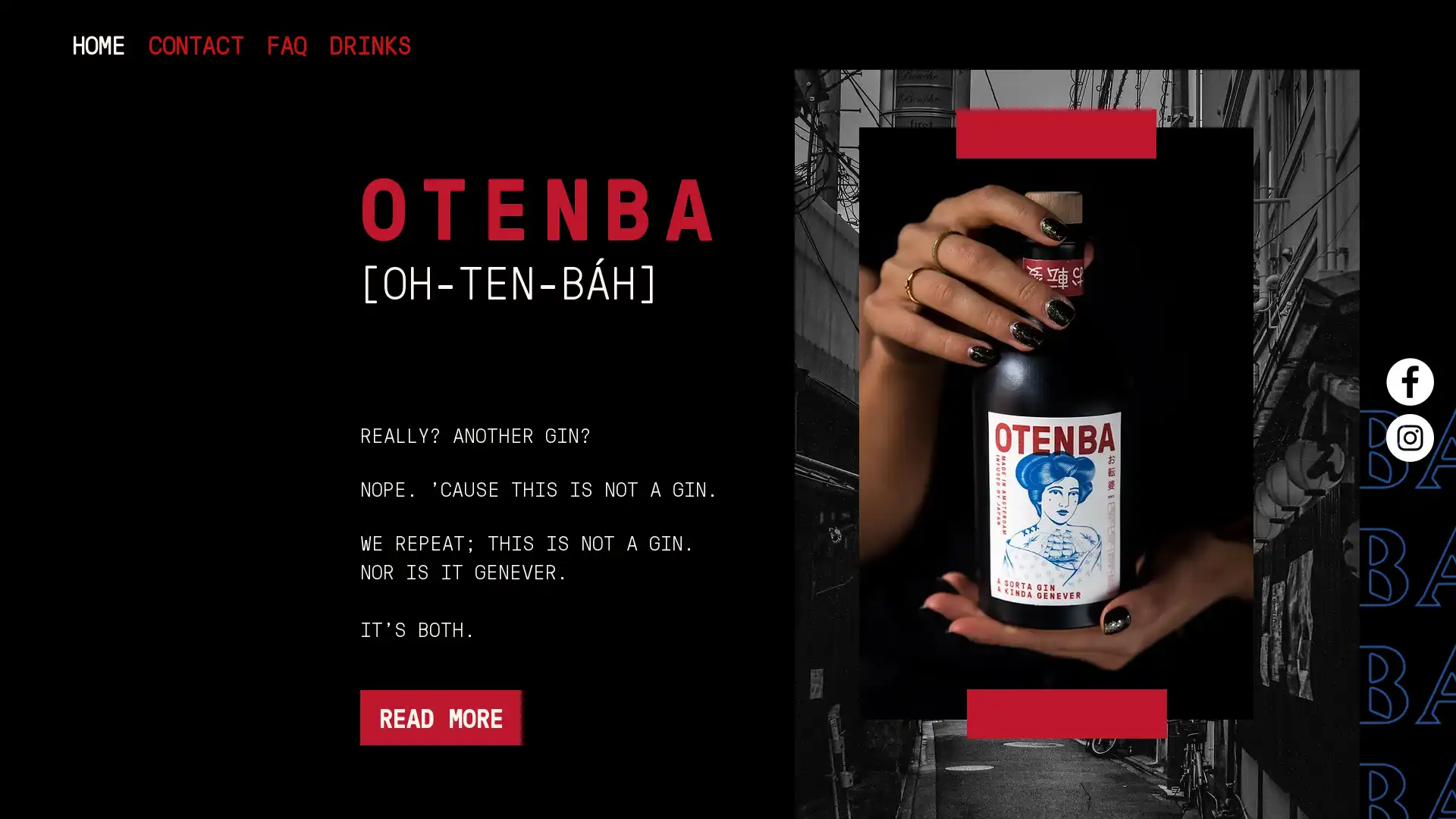 The image size is (1456, 819). Describe the element at coordinates (655, 422) in the screenshot. I see `YES` at that location.